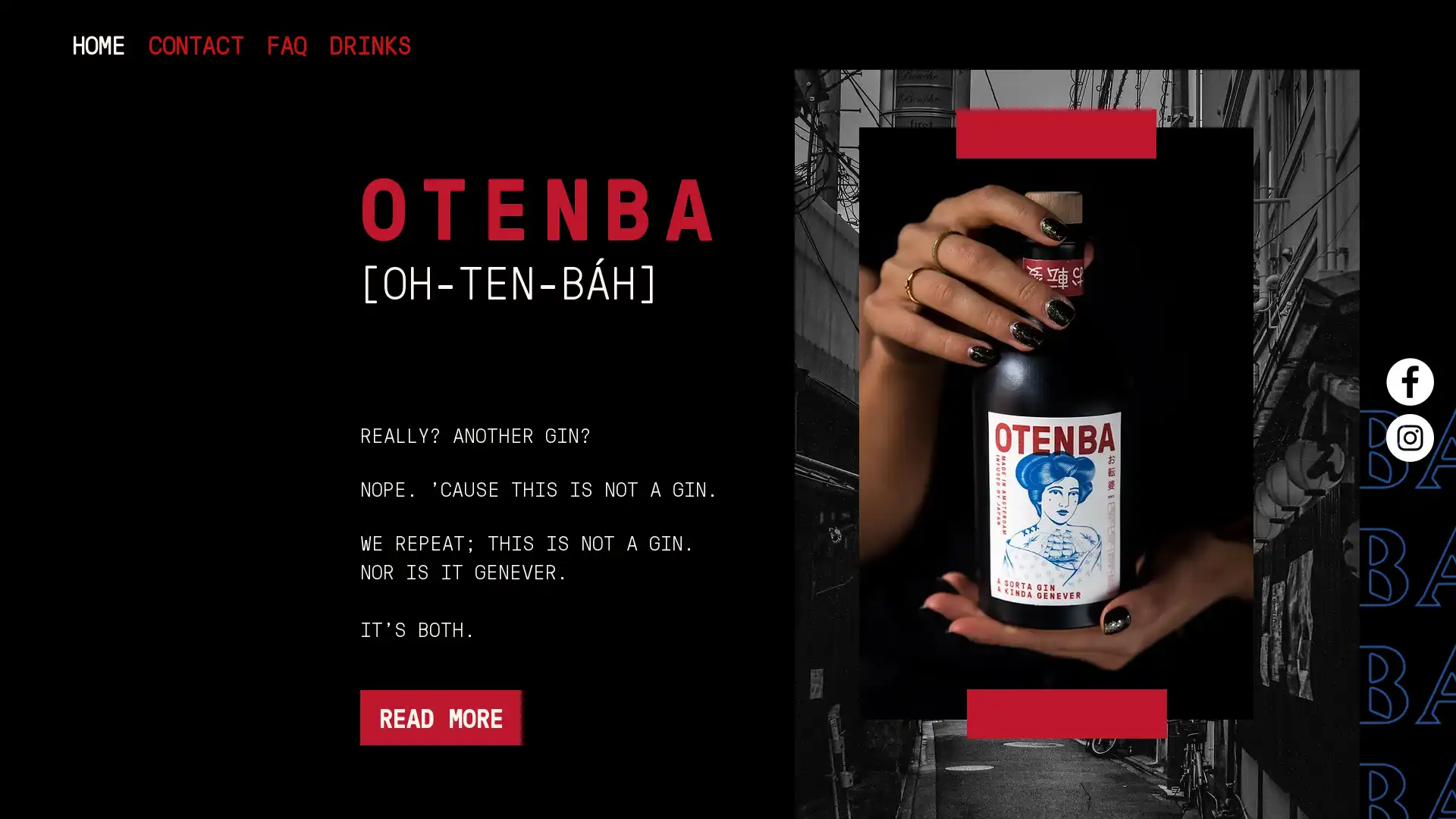 The image size is (1456, 819). Describe the element at coordinates (655, 422) in the screenshot. I see `YES` at that location.